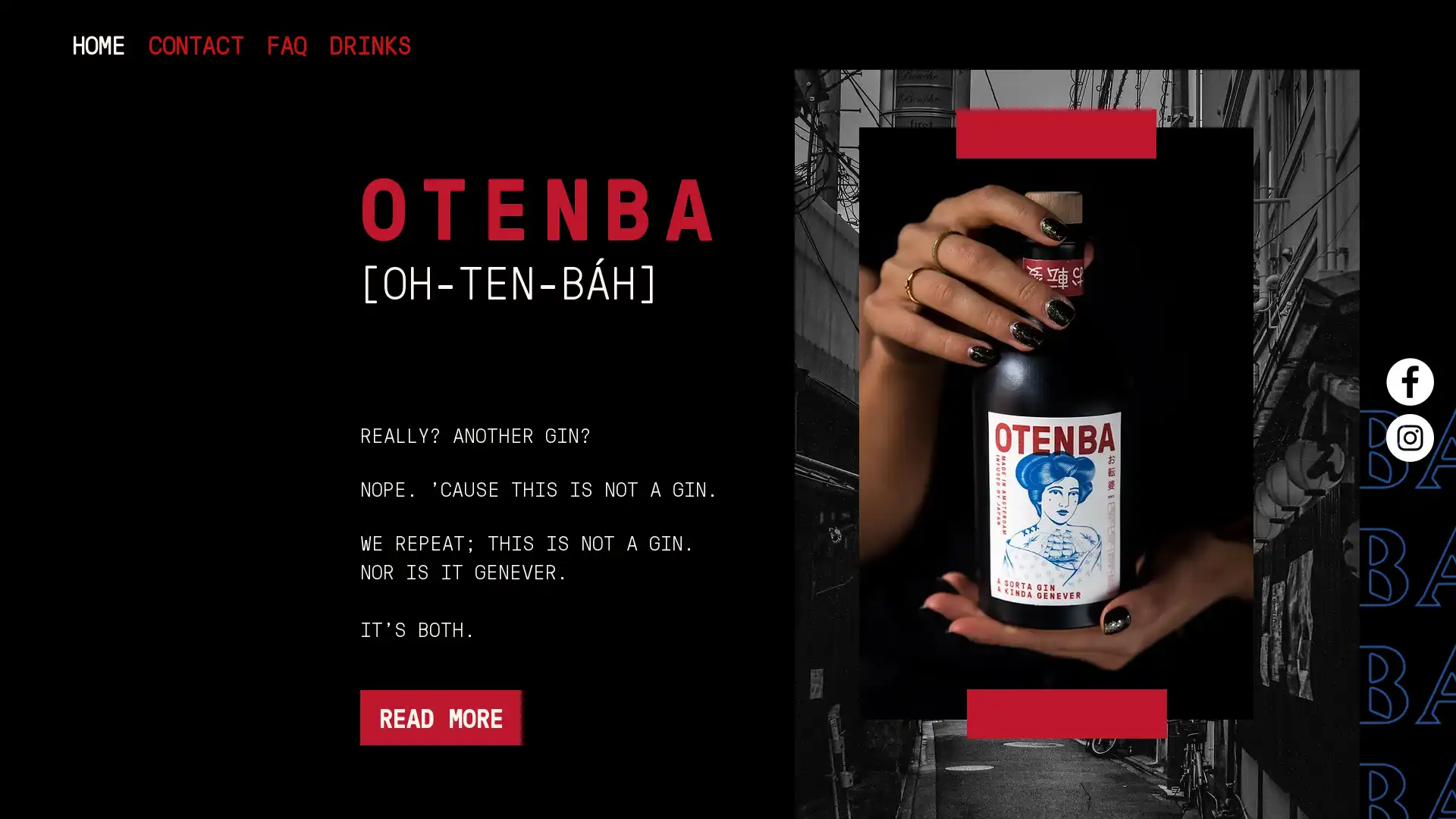 The image size is (1456, 819). Describe the element at coordinates (655, 422) in the screenshot. I see `YES` at that location.